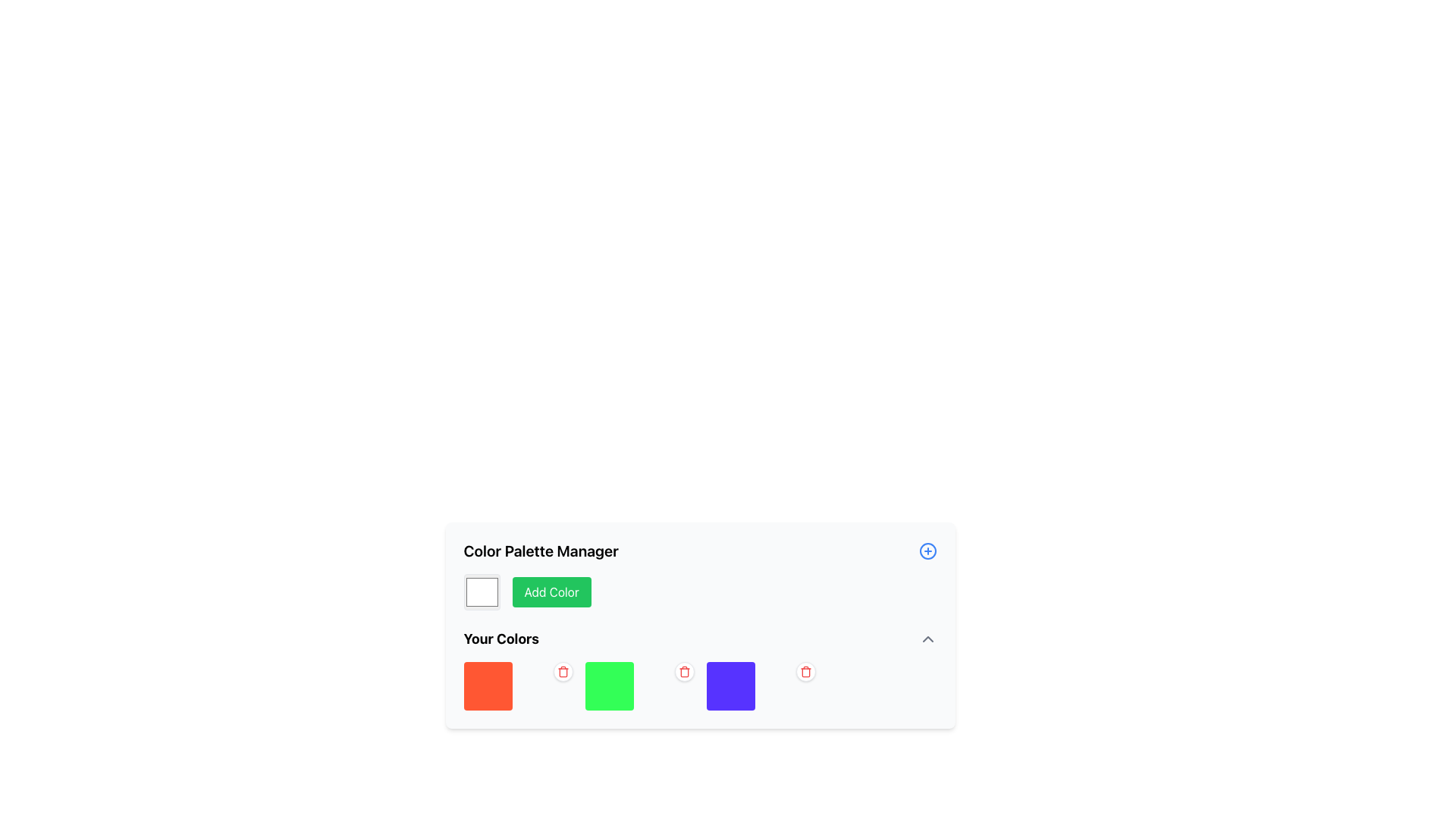 Image resolution: width=1456 pixels, height=819 pixels. Describe the element at coordinates (927, 551) in the screenshot. I see `the circular outline Graphical Icon Component with a blue border, which is part of a plus icon and located at the far right of the interface section above the list of colored blocks` at that location.